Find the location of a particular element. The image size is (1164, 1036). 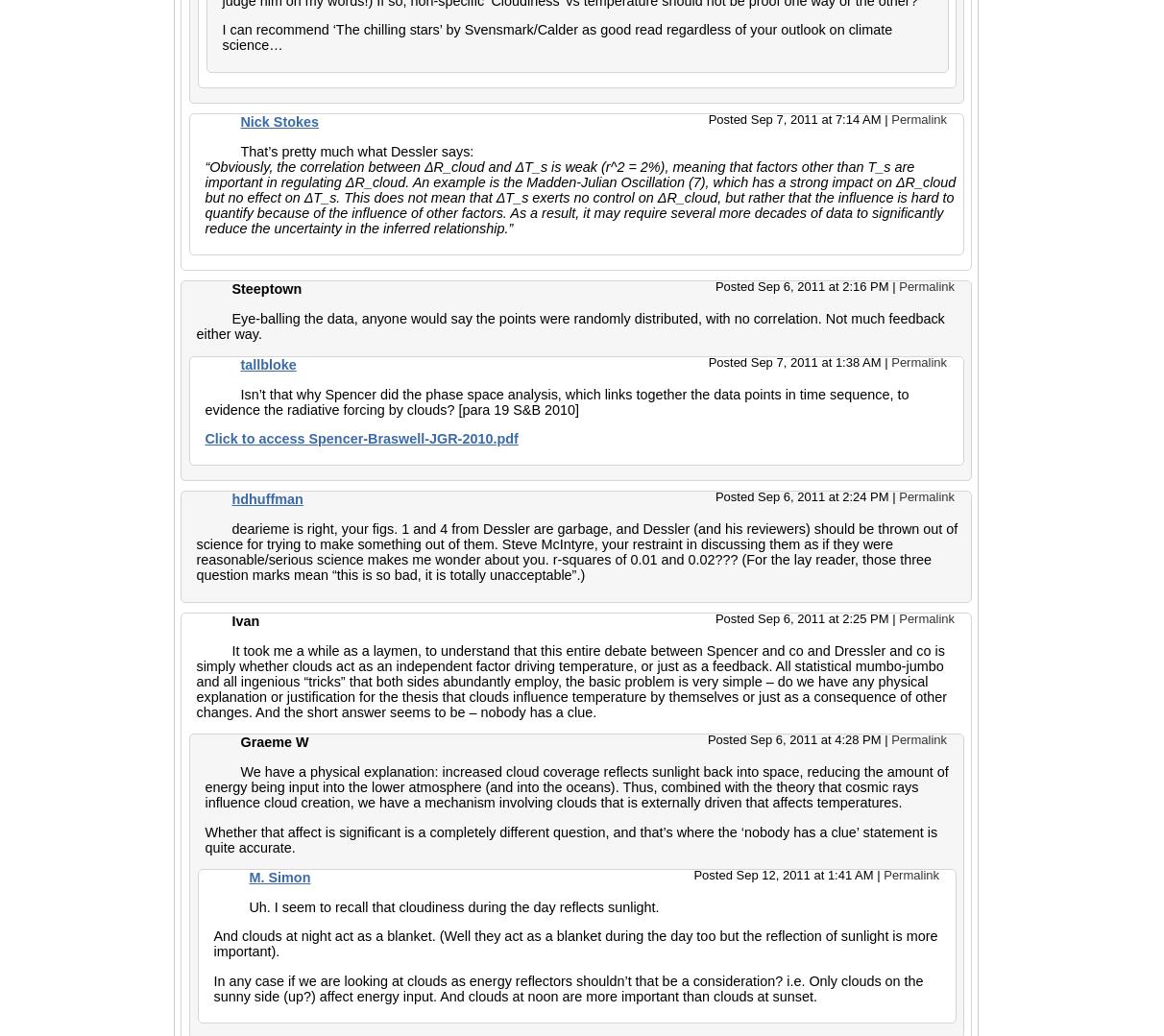

'Posted Sep 7, 2011 at 1:38 AM' is located at coordinates (795, 360).